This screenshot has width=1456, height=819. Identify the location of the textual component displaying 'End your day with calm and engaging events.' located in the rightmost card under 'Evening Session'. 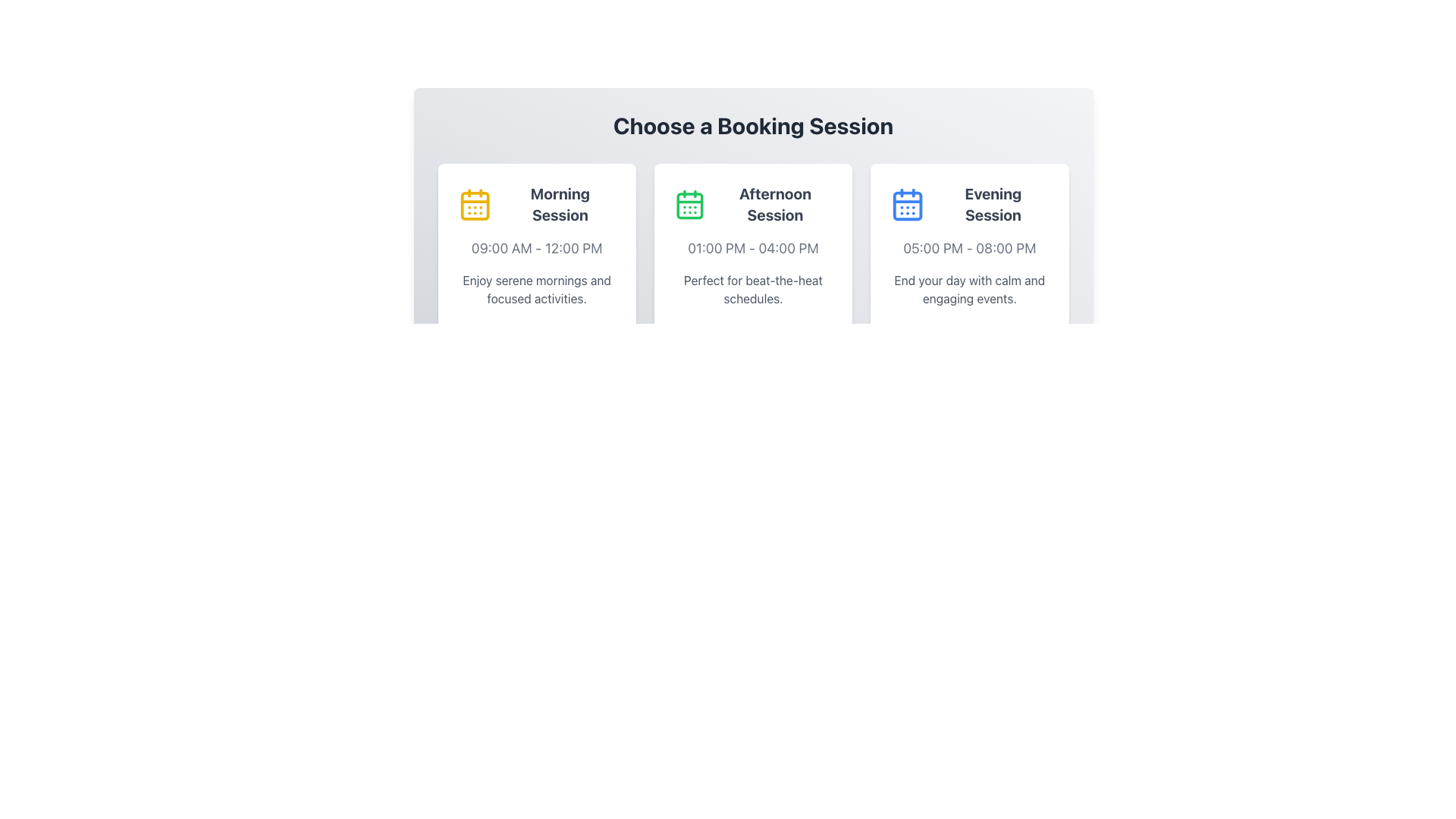
(968, 289).